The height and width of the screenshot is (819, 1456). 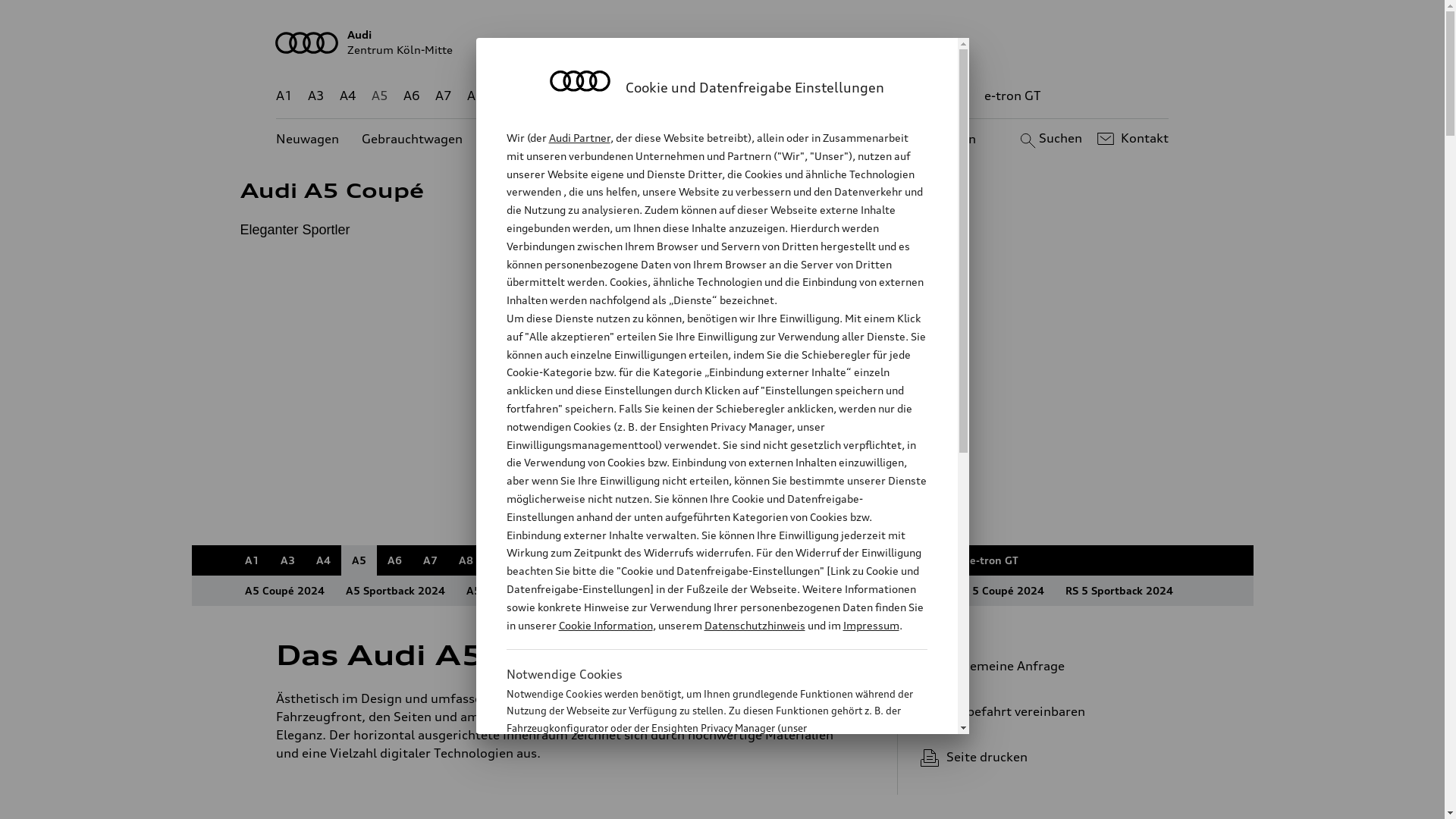 I want to click on 'Probefahrt vereinbaren', so click(x=1037, y=711).